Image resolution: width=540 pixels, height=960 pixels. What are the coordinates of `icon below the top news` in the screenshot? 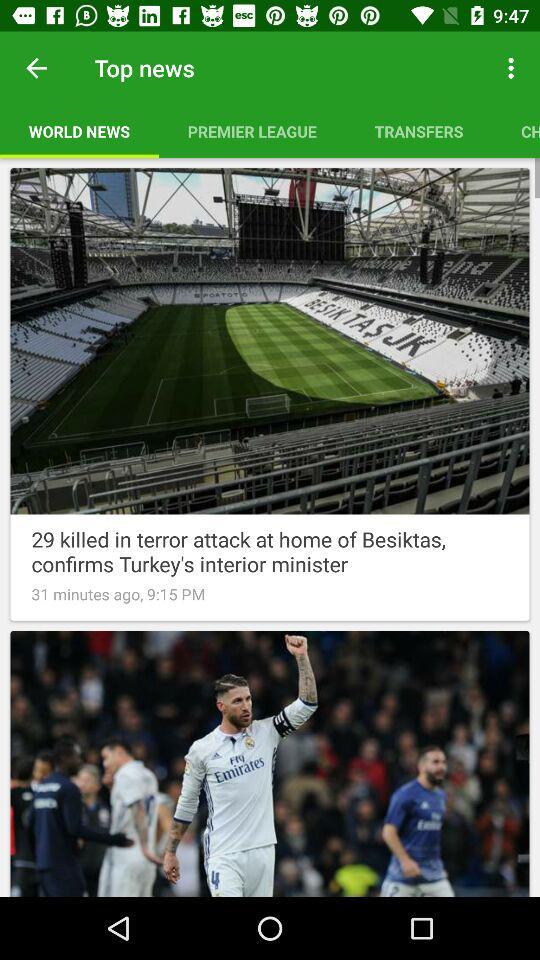 It's located at (252, 130).